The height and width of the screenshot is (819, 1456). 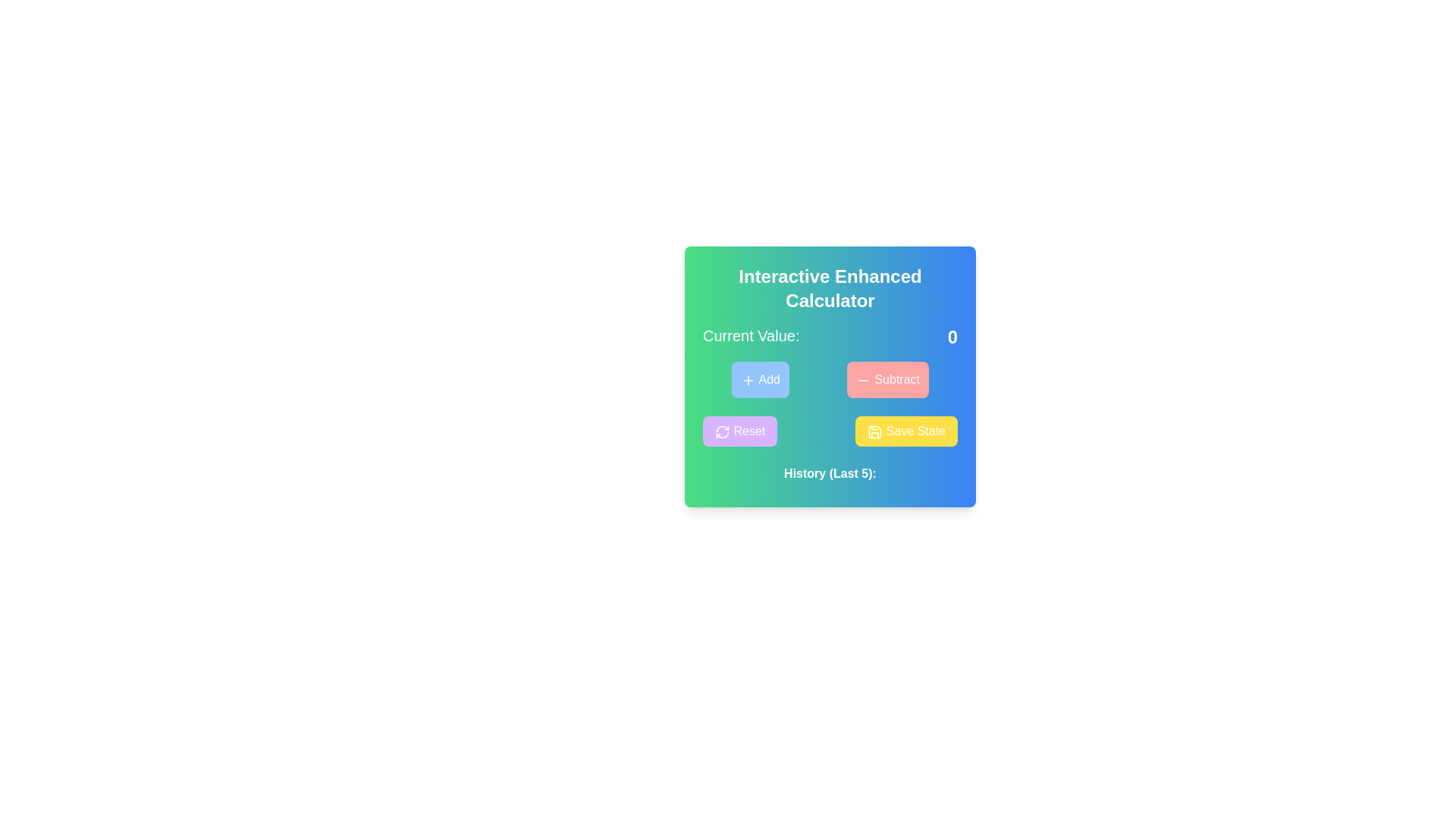 I want to click on the plus icon within the 'Add' button, which is styled with a thin, rounded stroke and a transparent fill, located in the middle-left section of the calculator interface, so click(x=748, y=379).